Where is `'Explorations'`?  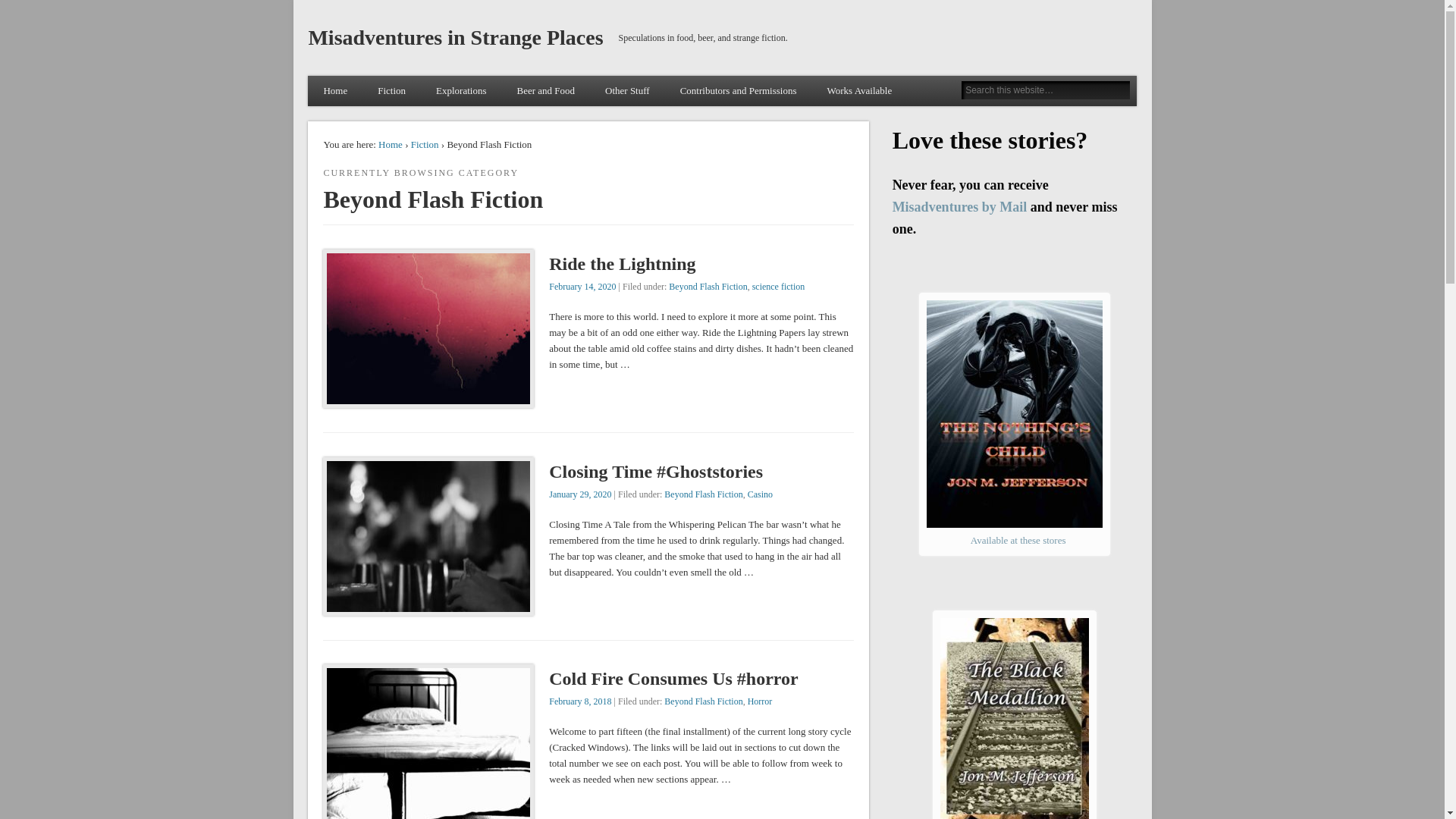
'Explorations' is located at coordinates (460, 90).